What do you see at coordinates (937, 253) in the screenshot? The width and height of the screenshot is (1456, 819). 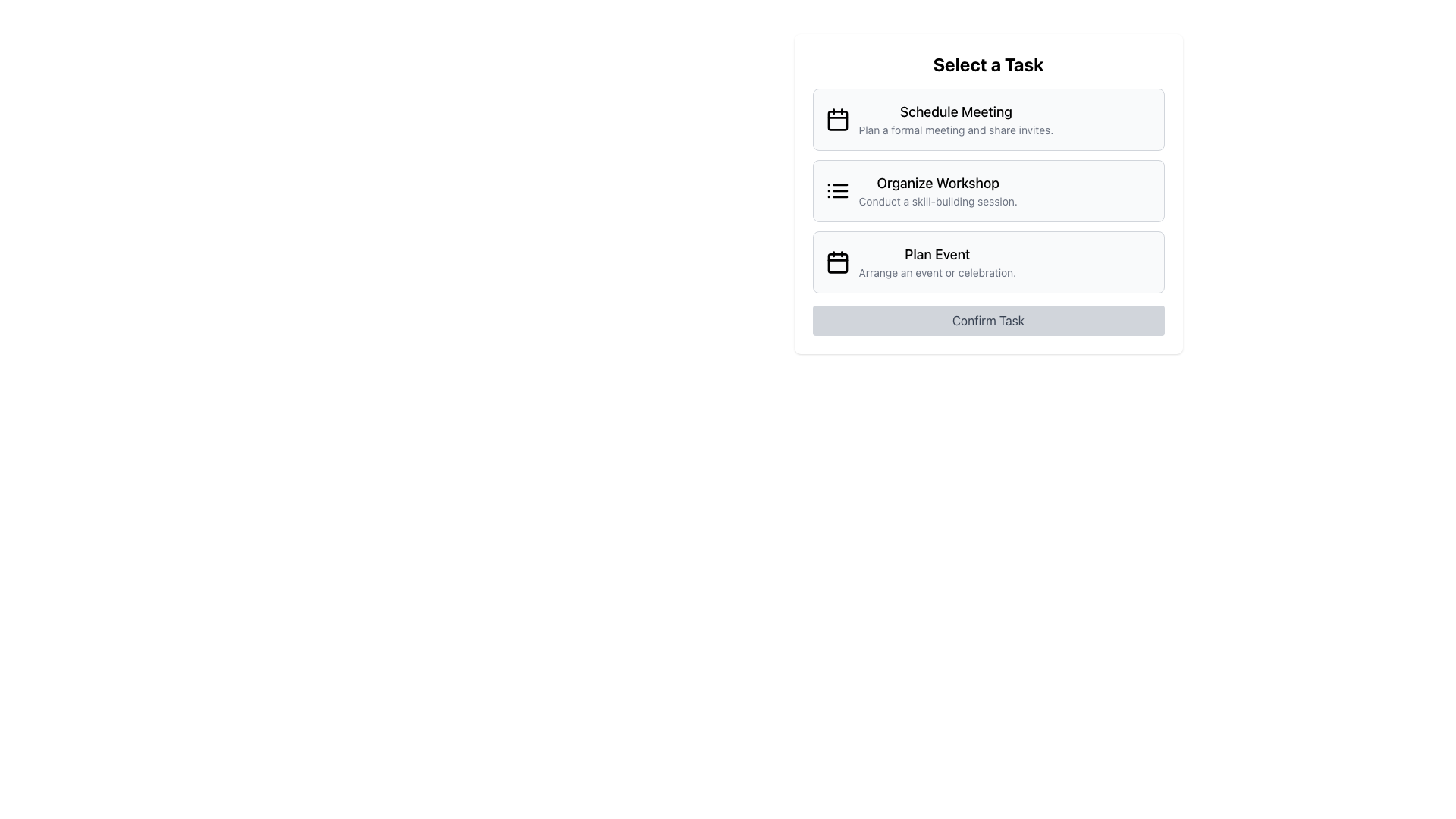 I see `the text label that serves as the title for the task selection option related to planning an event, located horizontally centered in the third task selection box under 'Select a Task'` at bounding box center [937, 253].